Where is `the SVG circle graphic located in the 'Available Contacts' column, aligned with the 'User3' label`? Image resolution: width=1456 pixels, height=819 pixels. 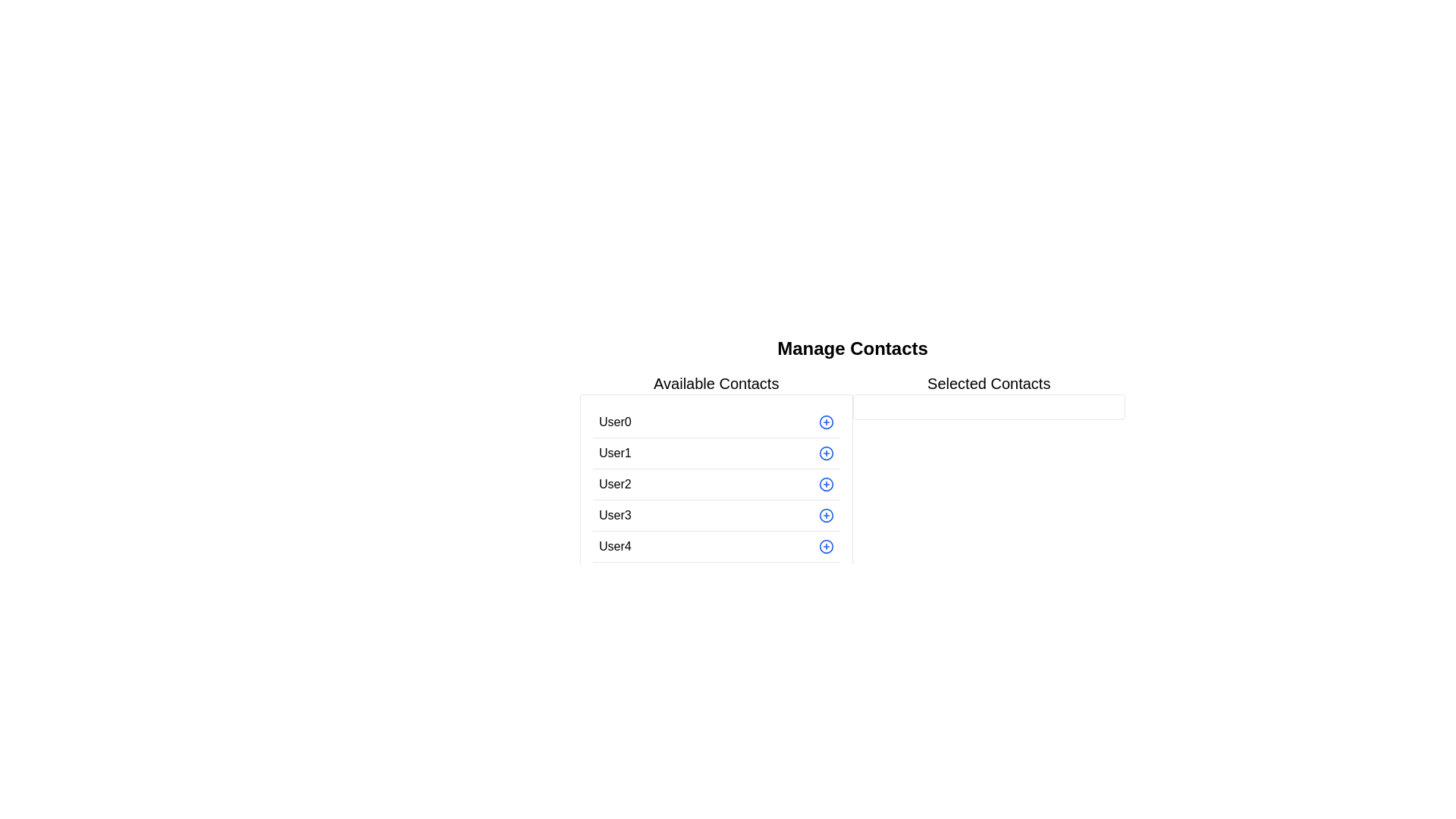
the SVG circle graphic located in the 'Available Contacts' column, aligned with the 'User3' label is located at coordinates (825, 514).